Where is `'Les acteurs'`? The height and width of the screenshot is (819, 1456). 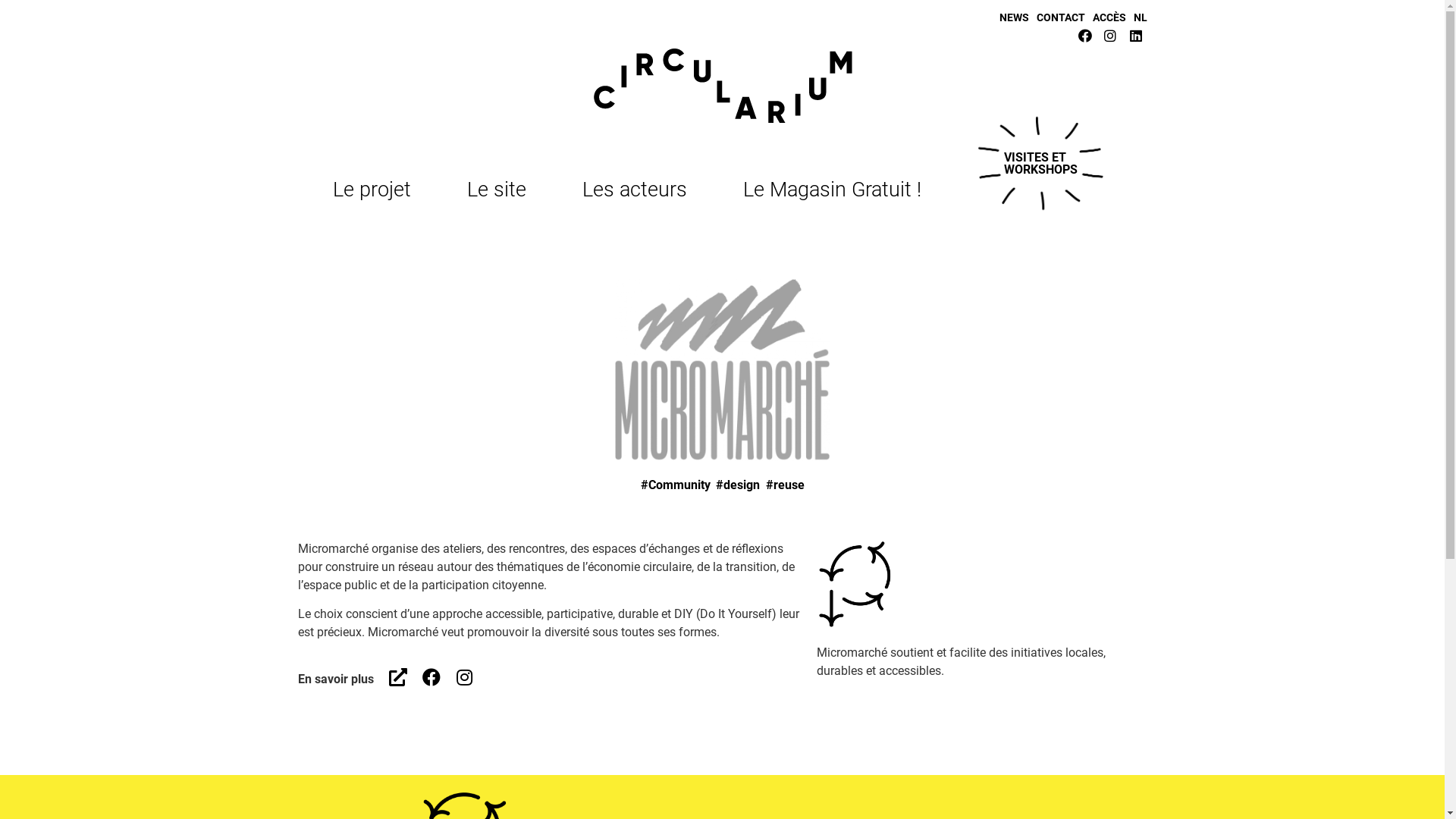
'Les acteurs' is located at coordinates (582, 189).